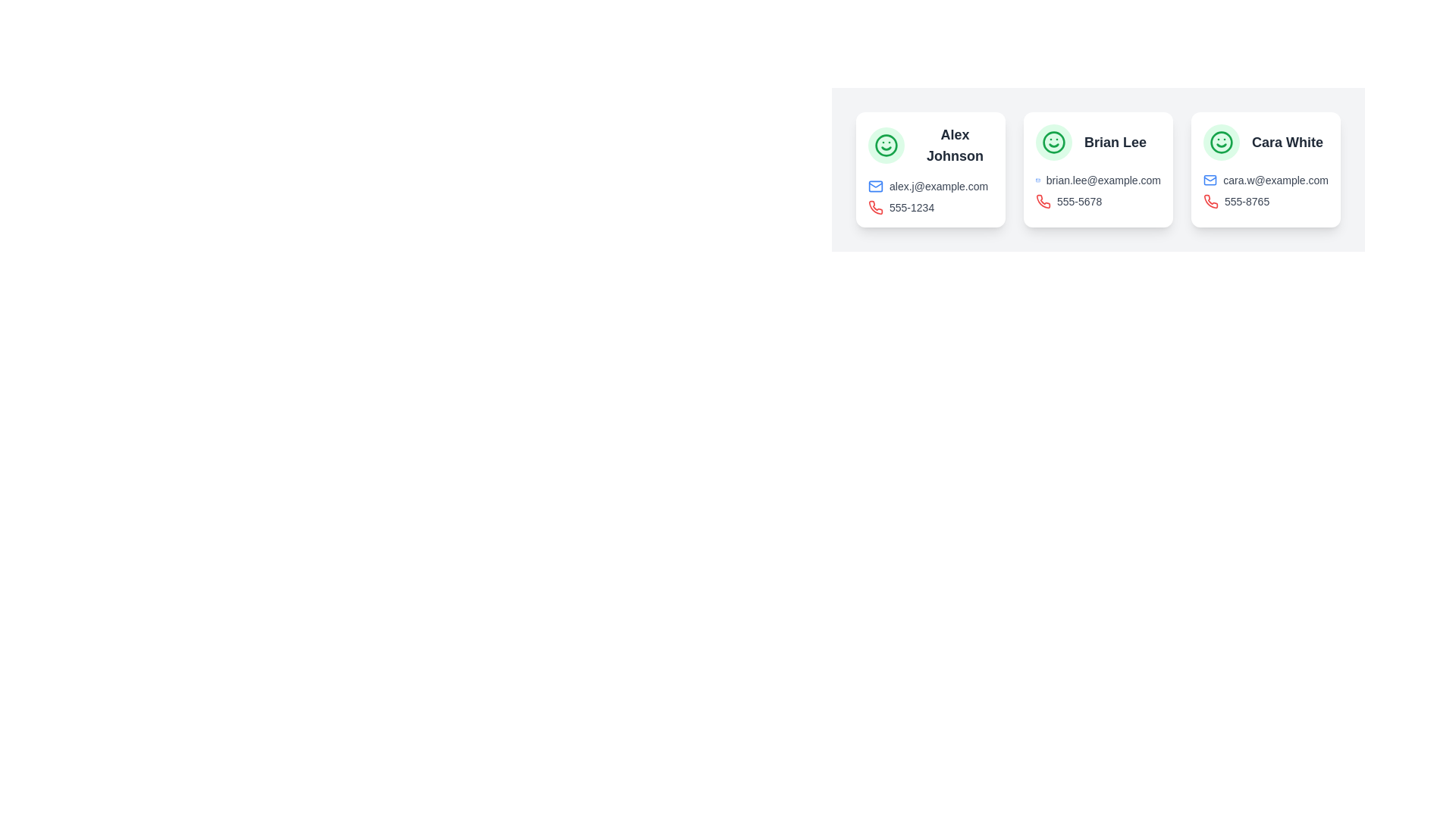 The width and height of the screenshot is (1456, 819). What do you see at coordinates (911, 207) in the screenshot?
I see `the static text displaying a phone number, which is styled with a small font size and gray color, located to the right of a red phone icon` at bounding box center [911, 207].